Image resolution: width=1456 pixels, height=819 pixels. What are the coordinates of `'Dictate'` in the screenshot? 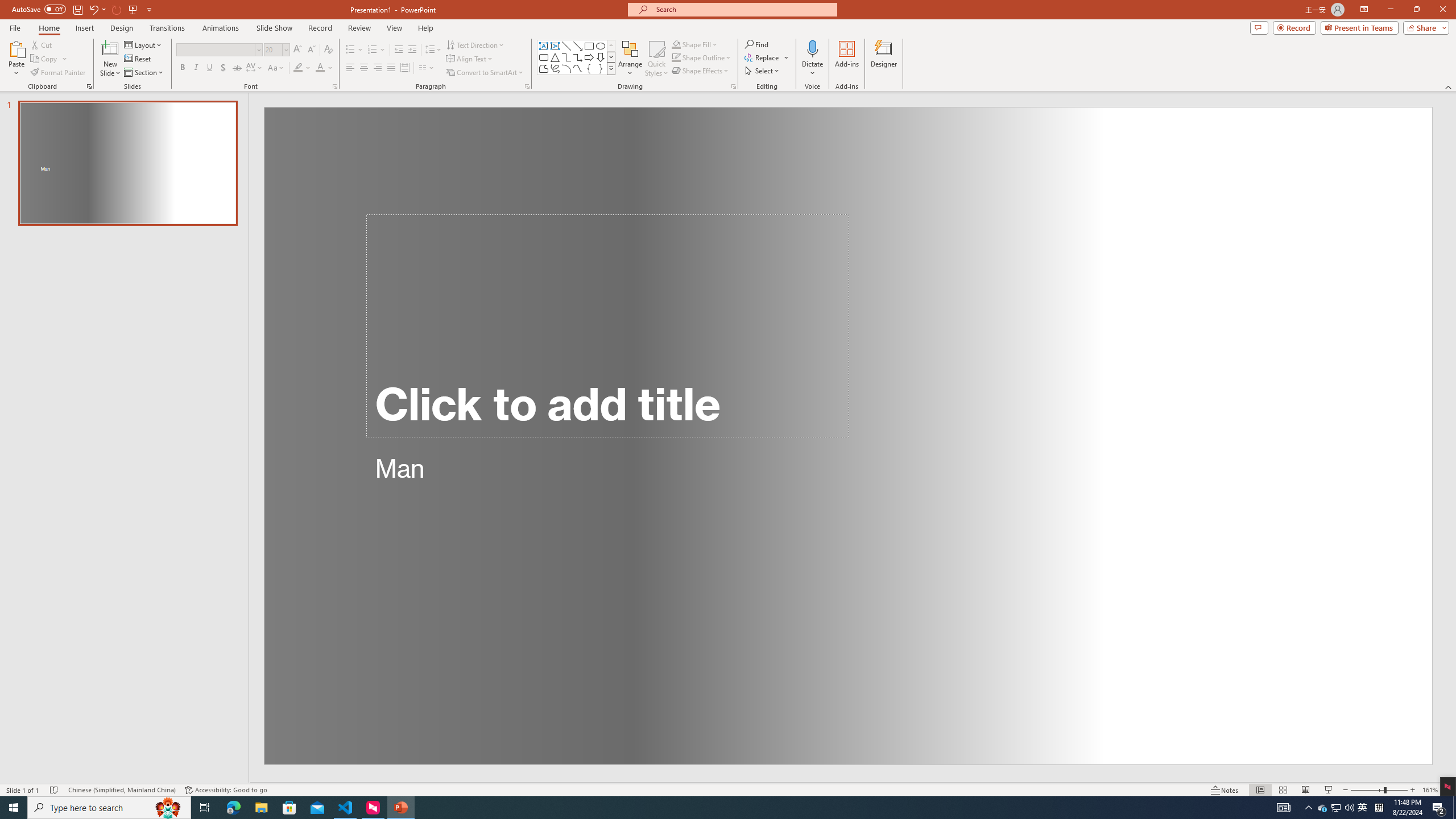 It's located at (812, 48).